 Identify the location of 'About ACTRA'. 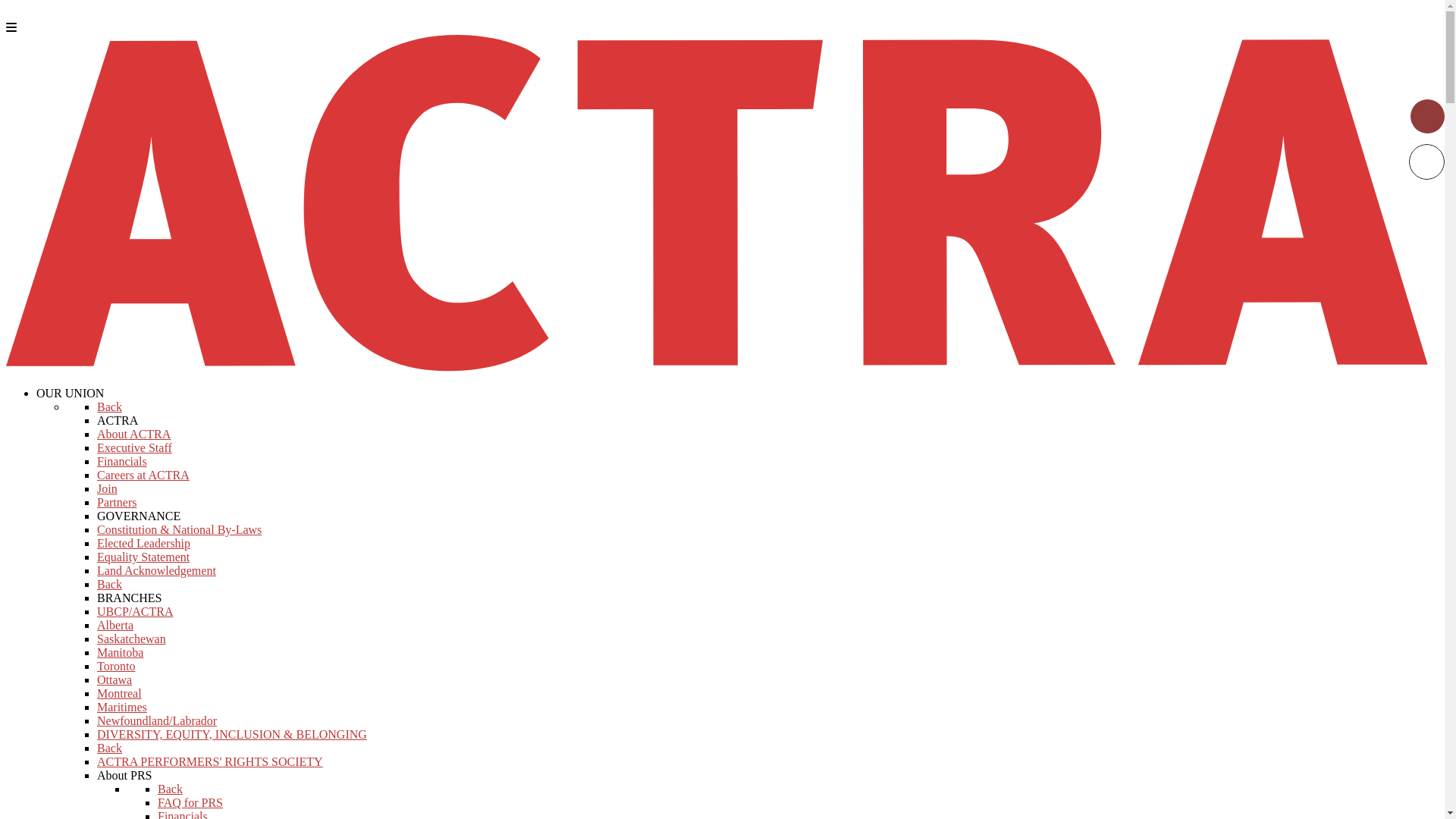
(133, 434).